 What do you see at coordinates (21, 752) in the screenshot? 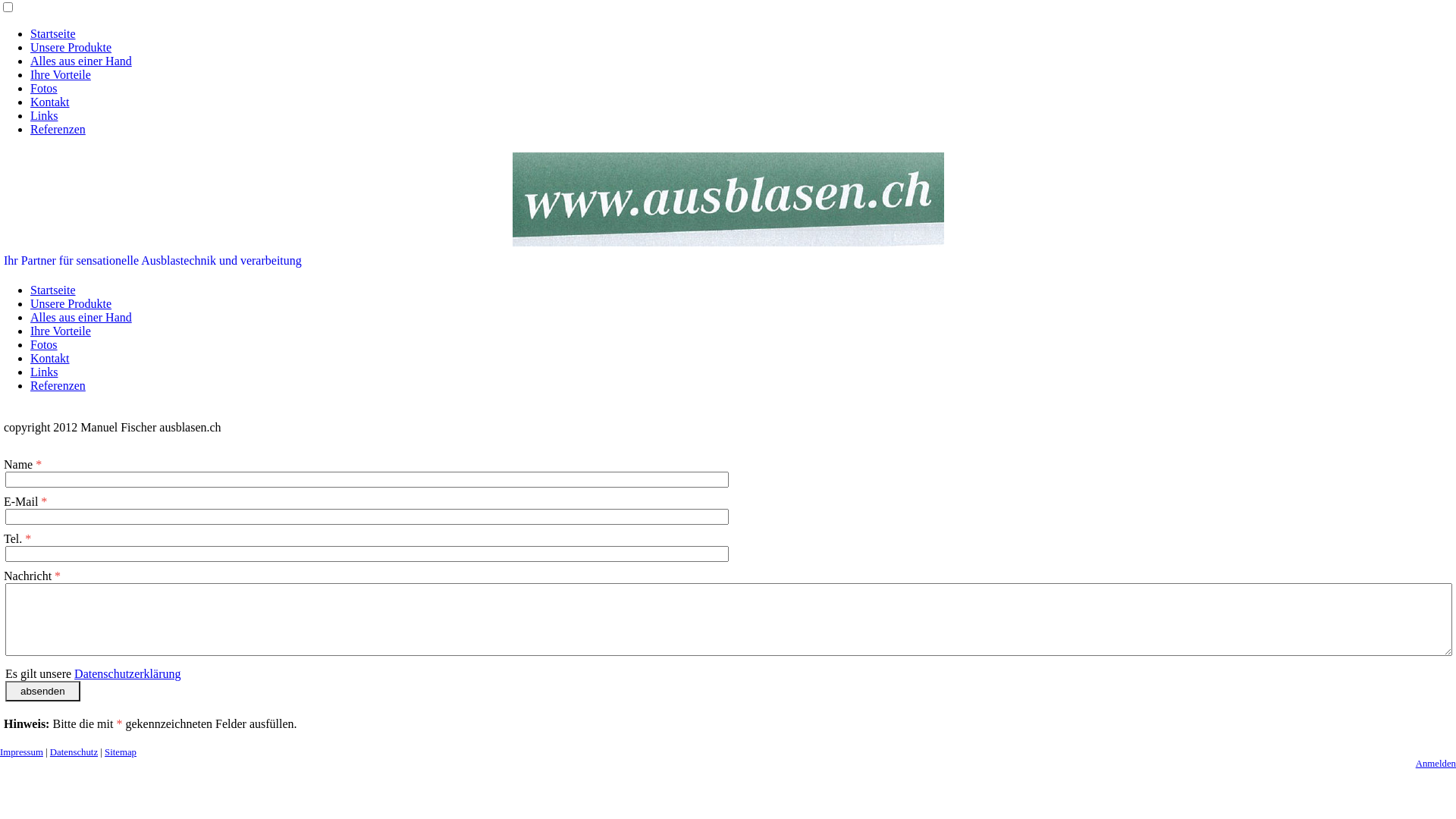
I see `'Impressum'` at bounding box center [21, 752].